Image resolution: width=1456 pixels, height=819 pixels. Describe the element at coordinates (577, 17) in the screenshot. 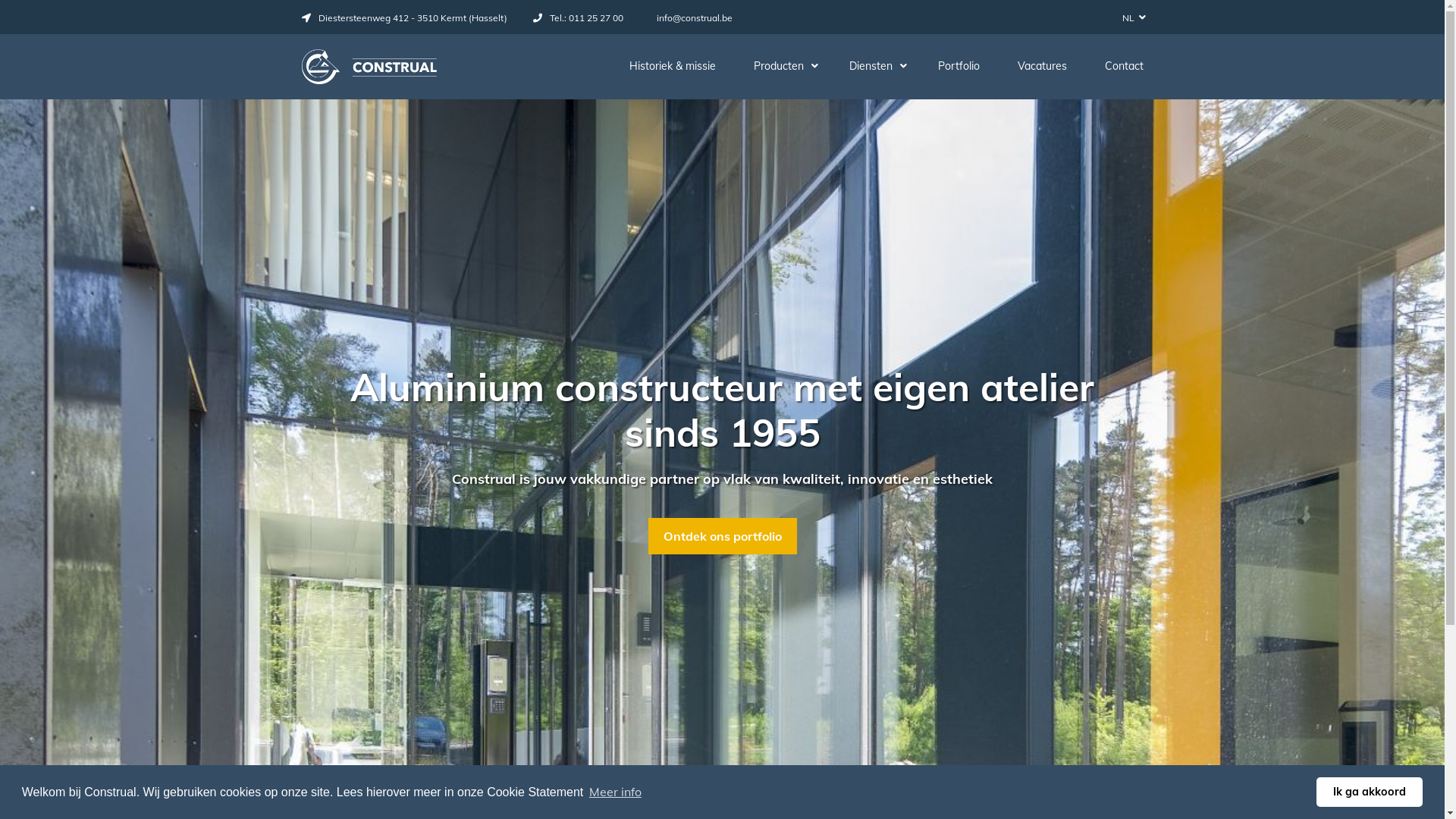

I see `'Tel.: 011 25 27 00'` at that location.